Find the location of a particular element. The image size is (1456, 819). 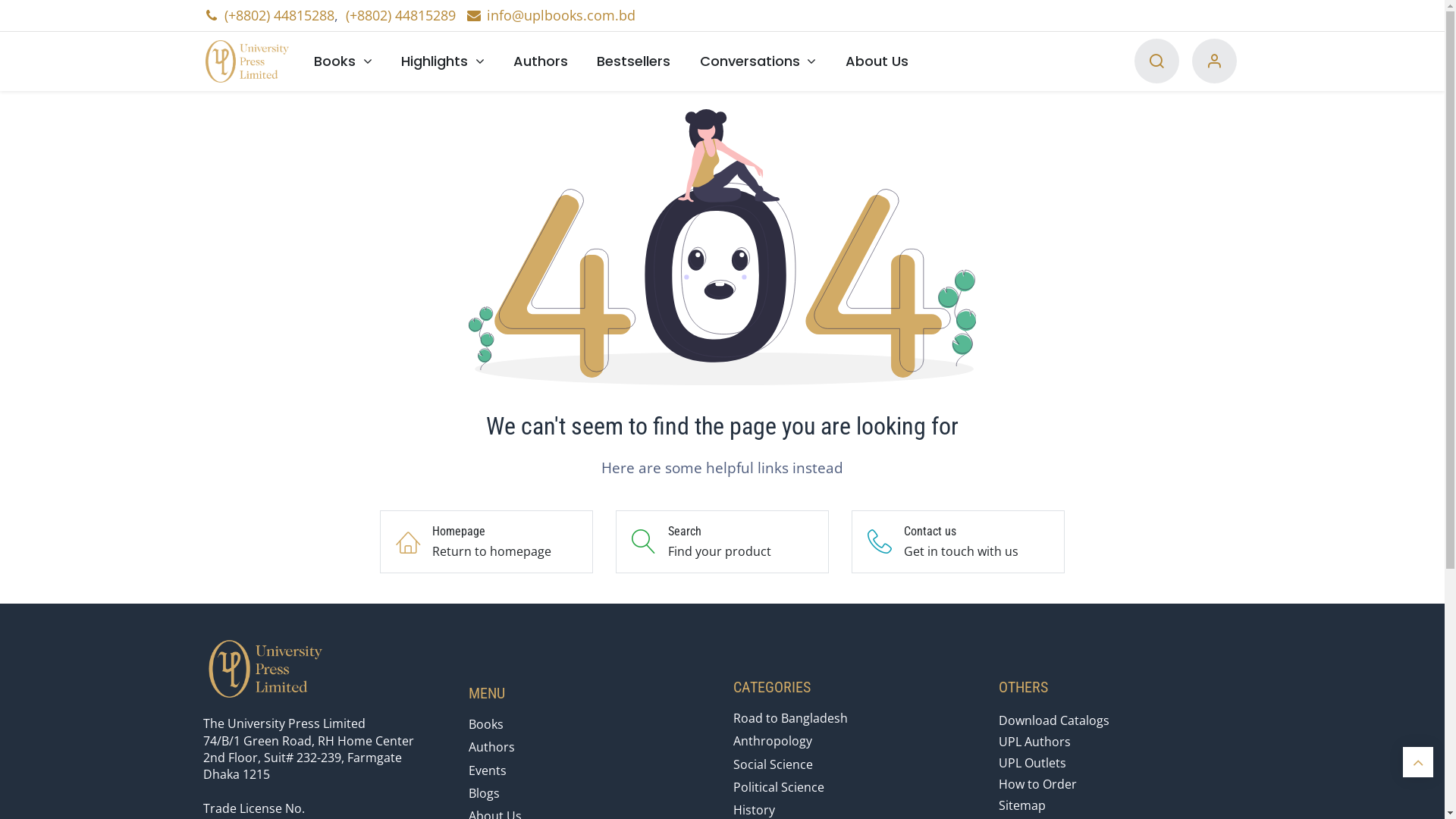

'(+8802) 44815288' is located at coordinates (279, 14).